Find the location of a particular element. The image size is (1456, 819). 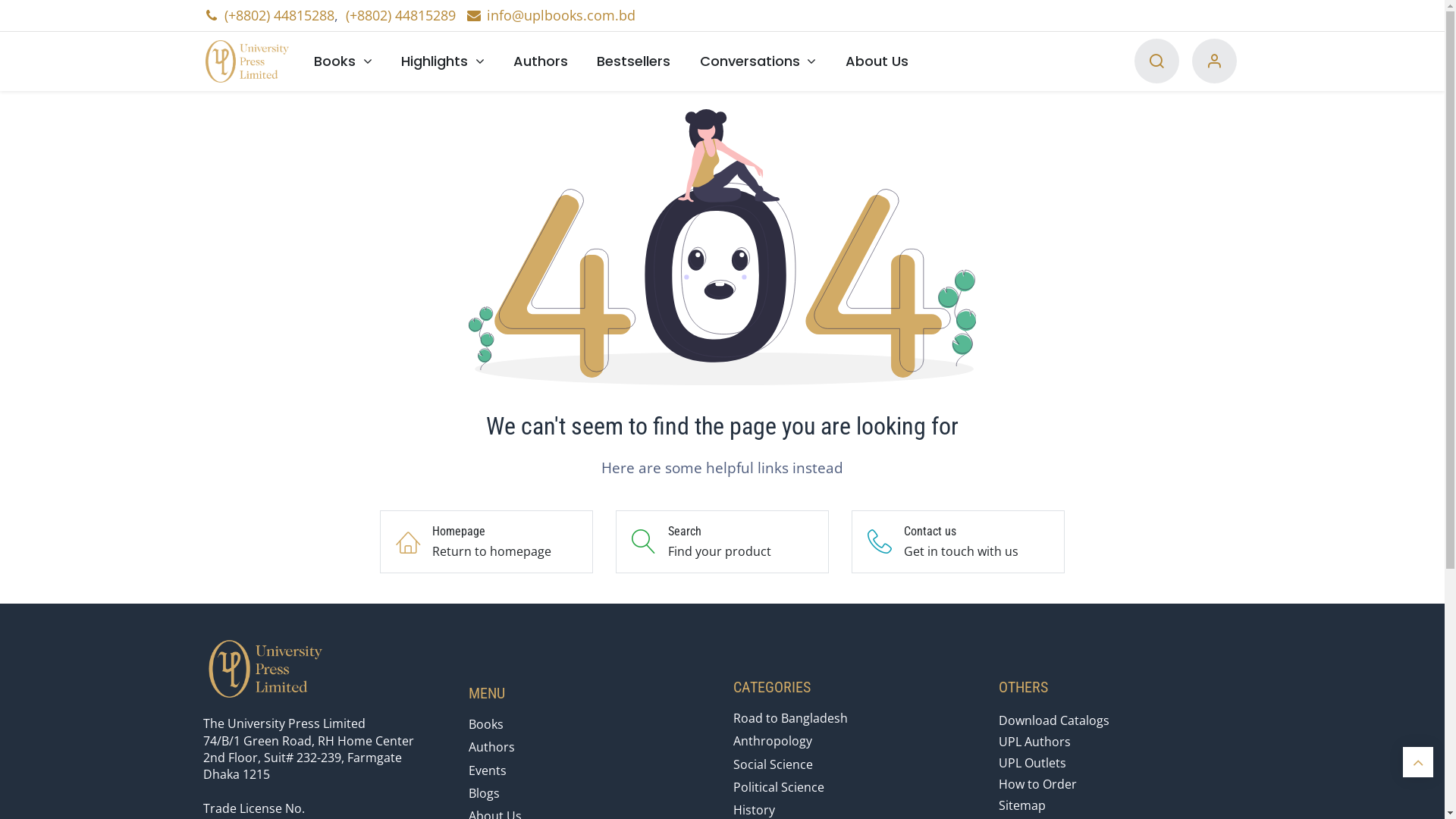

'(+8802) 44815288' is located at coordinates (279, 14).